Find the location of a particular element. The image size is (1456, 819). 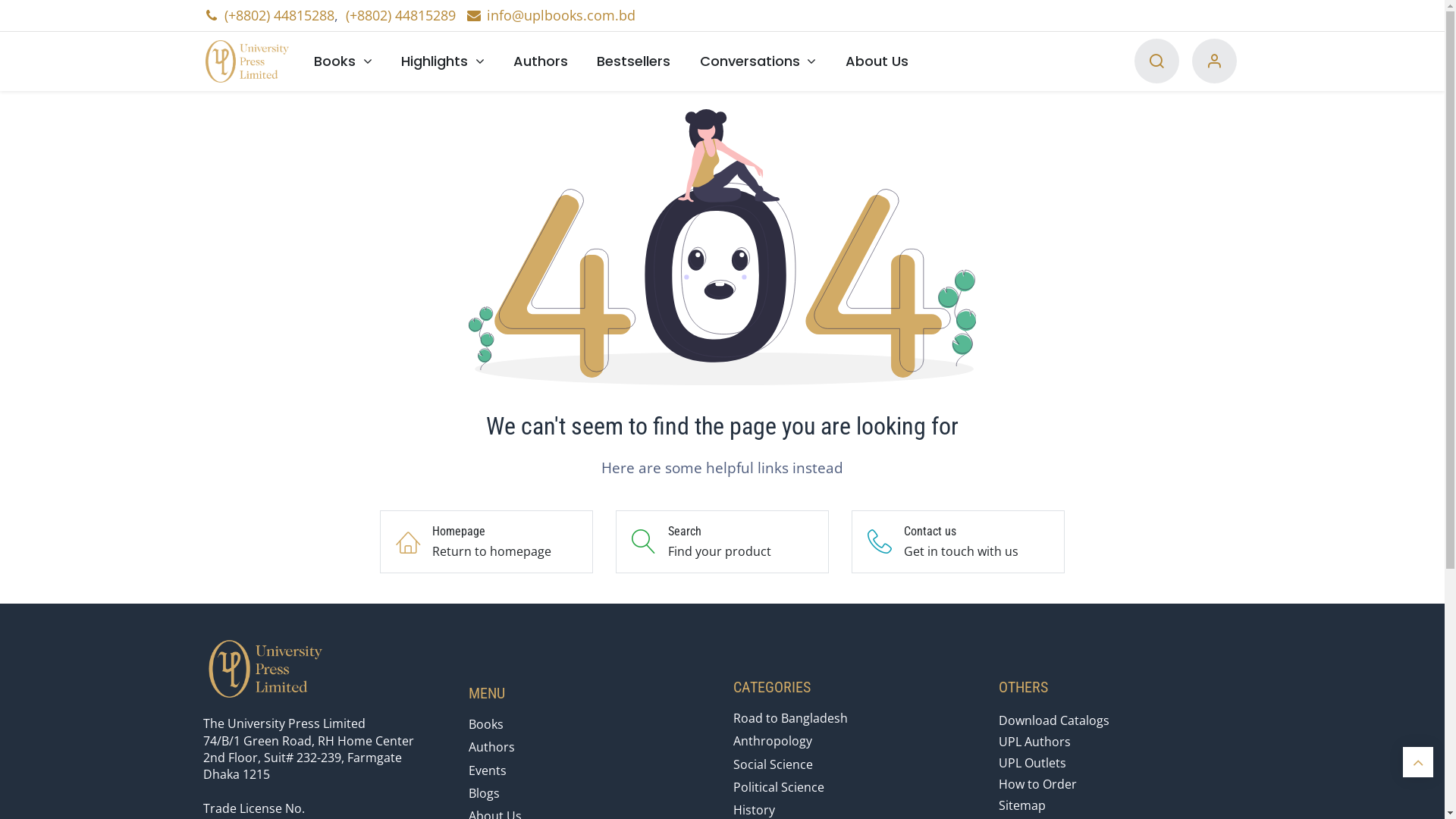

'(+8802) 44815288' is located at coordinates (279, 14).